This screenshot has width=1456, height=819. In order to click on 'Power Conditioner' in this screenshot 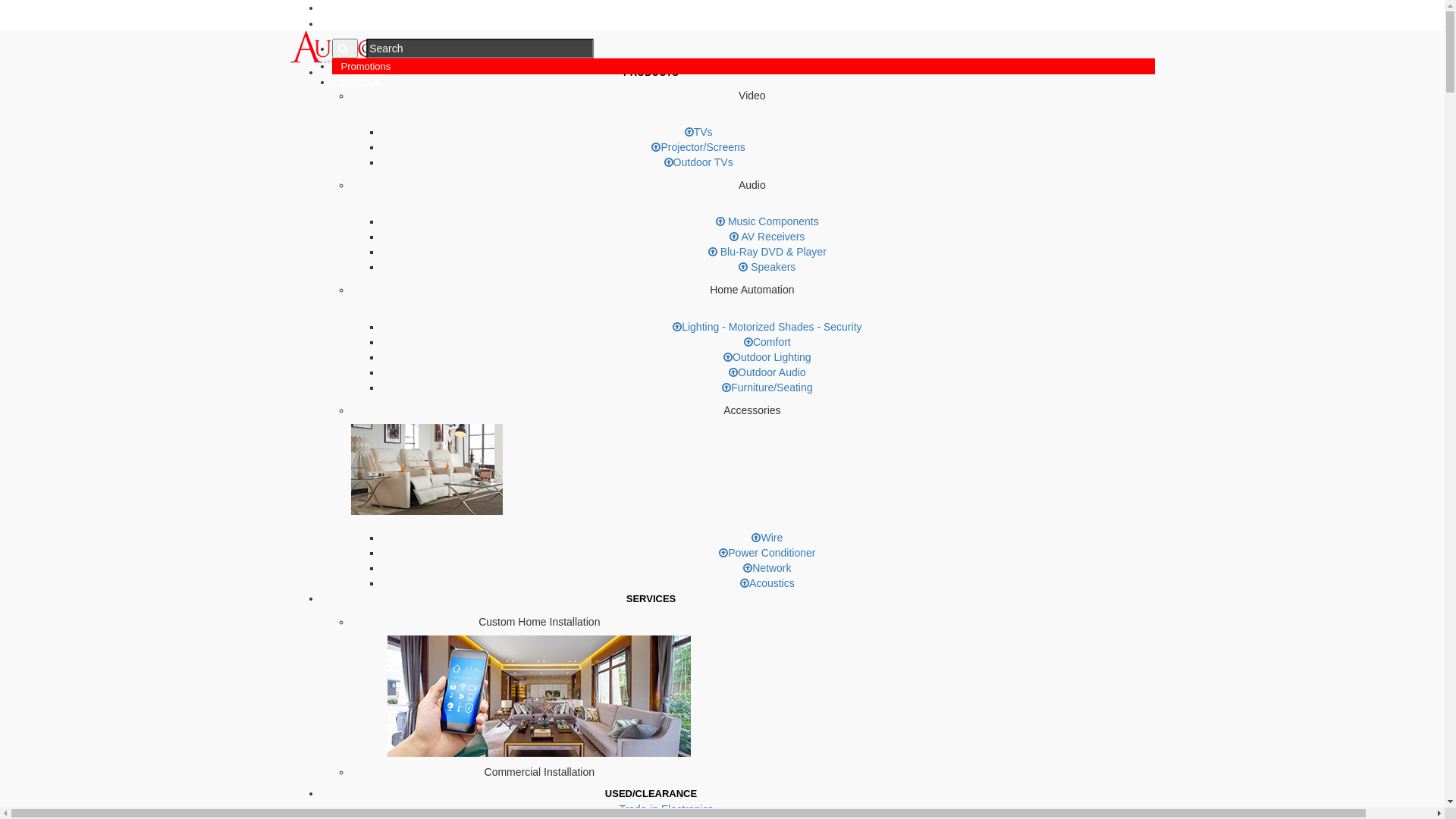, I will do `click(767, 553)`.